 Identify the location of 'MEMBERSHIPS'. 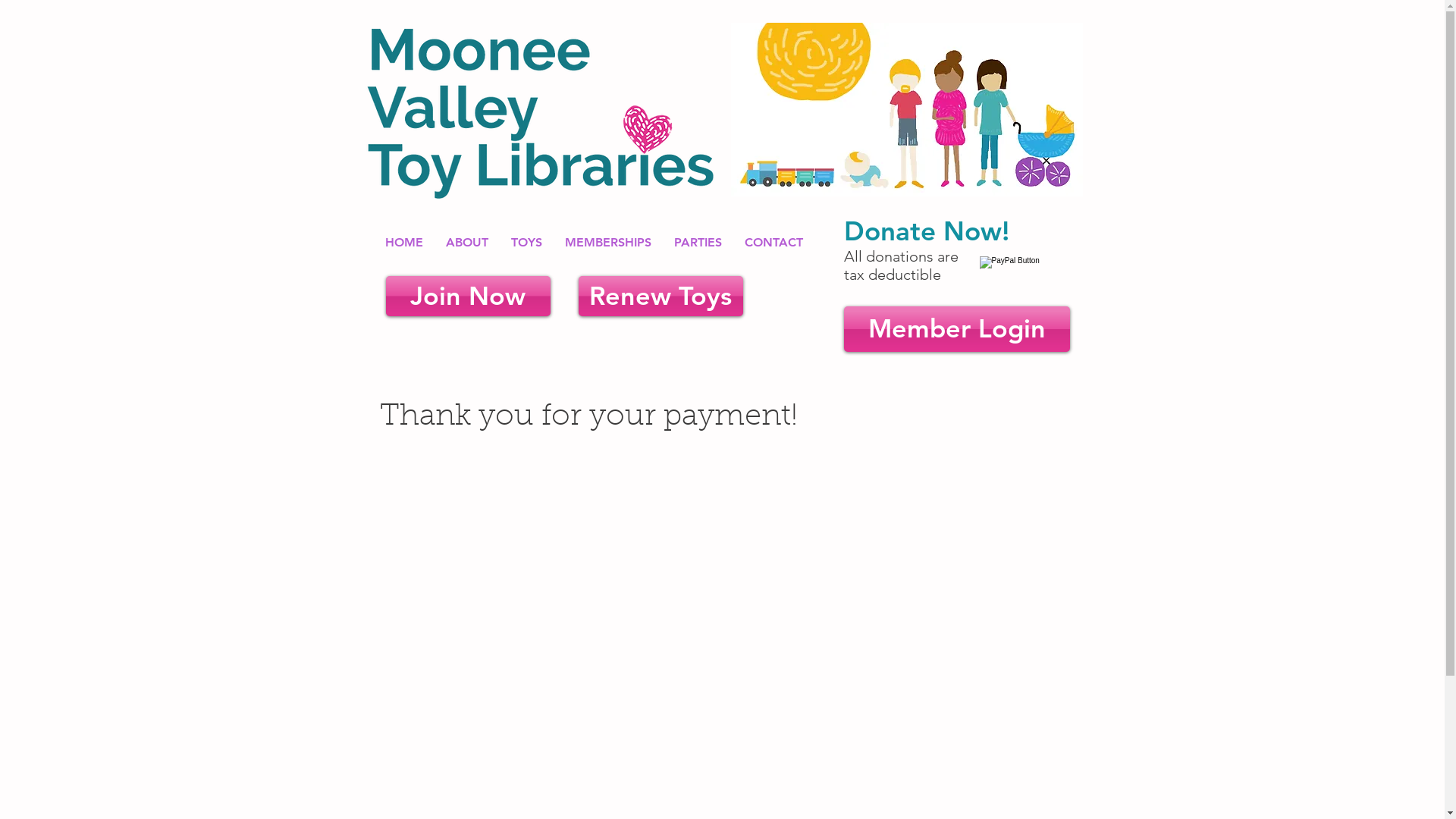
(607, 241).